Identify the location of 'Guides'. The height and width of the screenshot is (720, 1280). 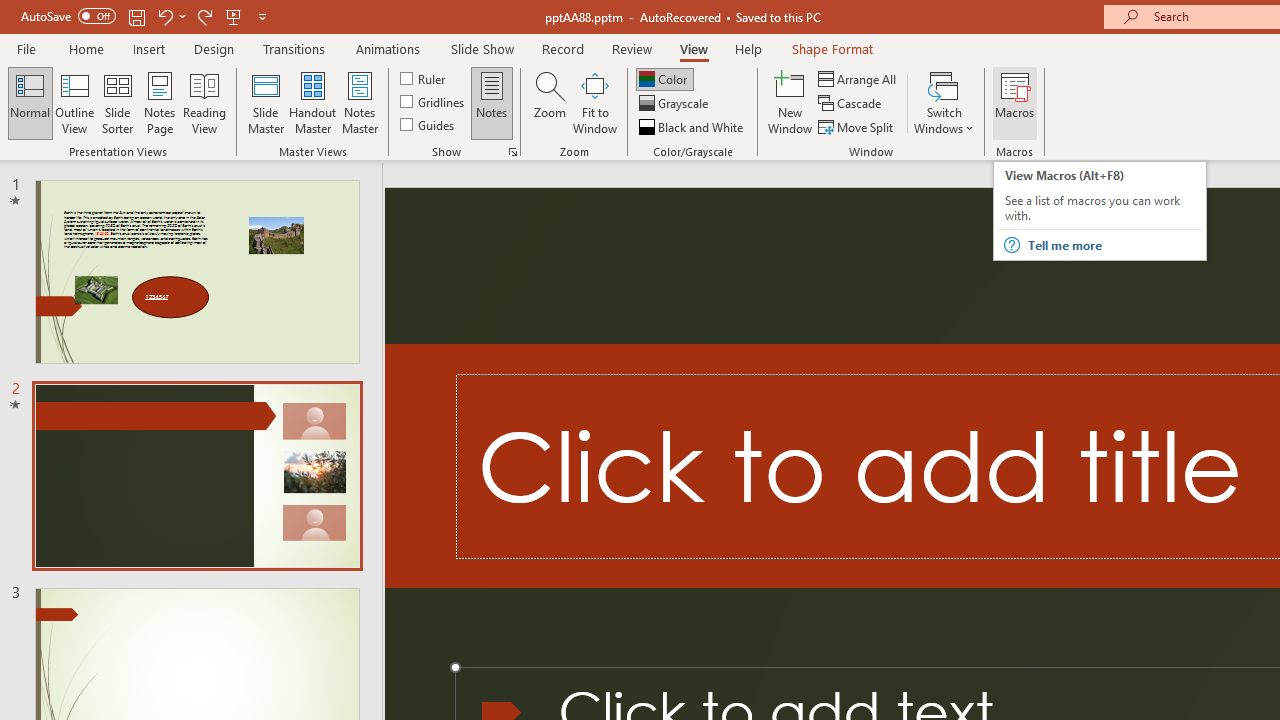
(427, 124).